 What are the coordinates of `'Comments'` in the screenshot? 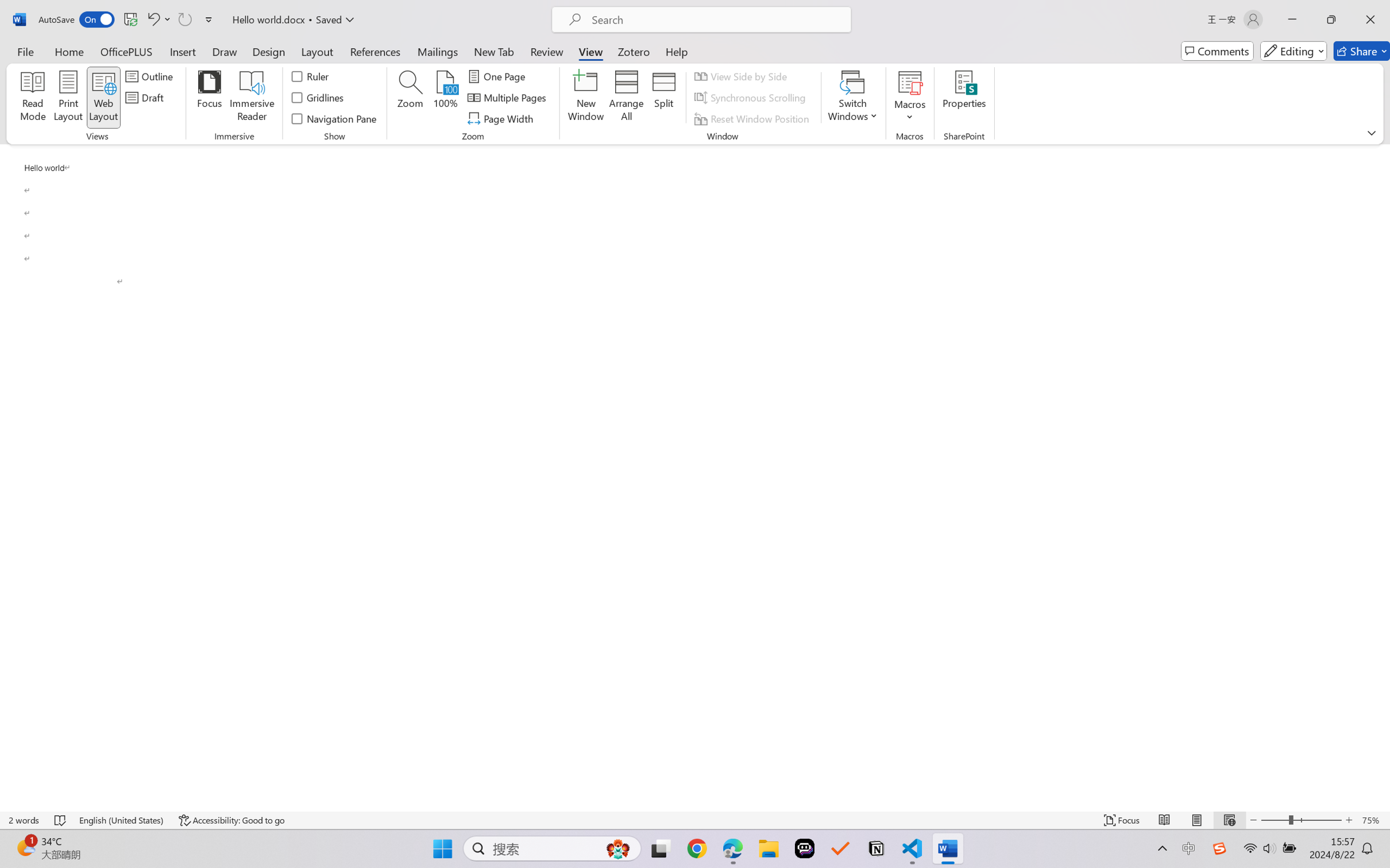 It's located at (1217, 51).